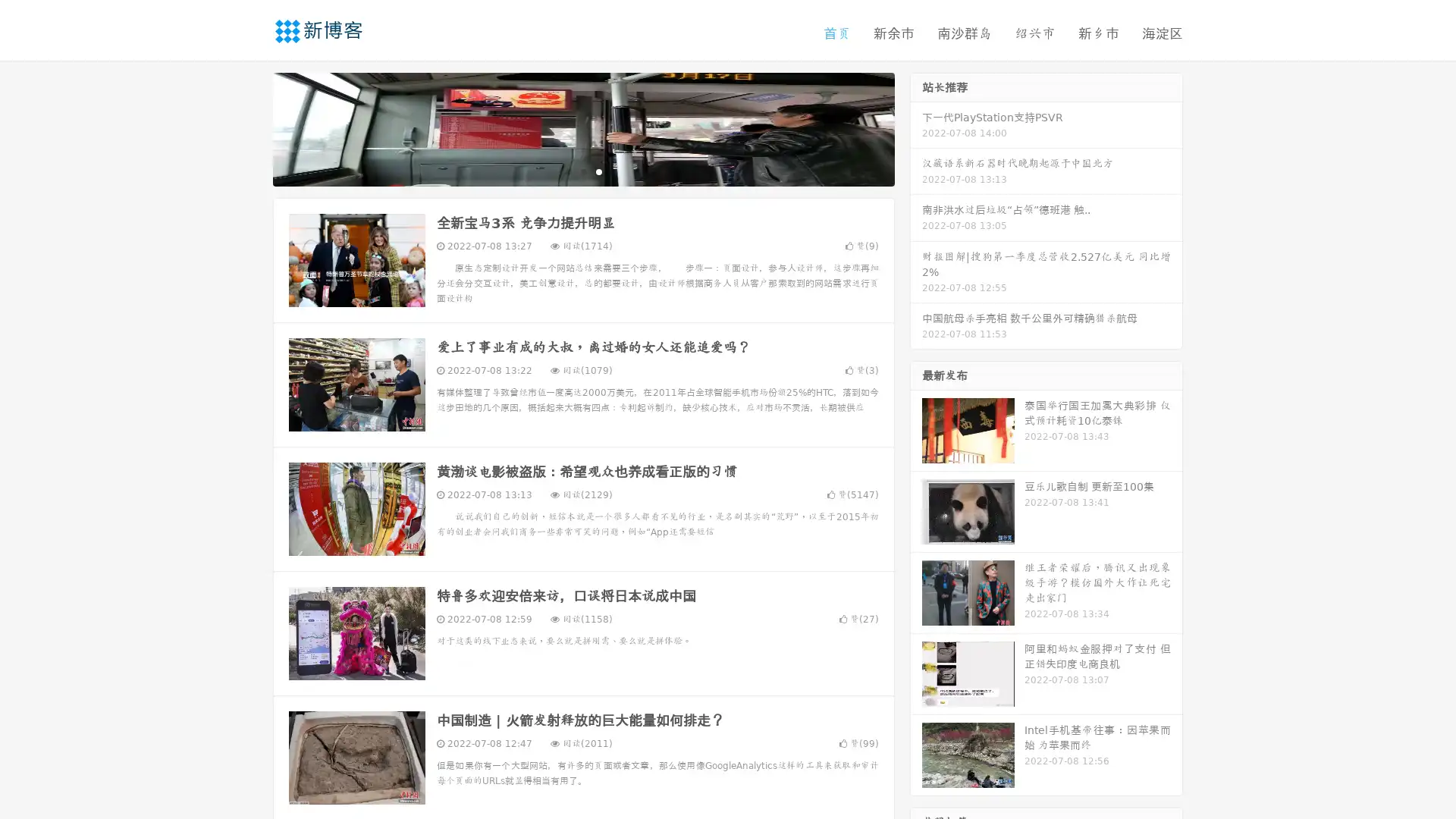 The width and height of the screenshot is (1456, 819). What do you see at coordinates (598, 171) in the screenshot?
I see `Go to slide 3` at bounding box center [598, 171].